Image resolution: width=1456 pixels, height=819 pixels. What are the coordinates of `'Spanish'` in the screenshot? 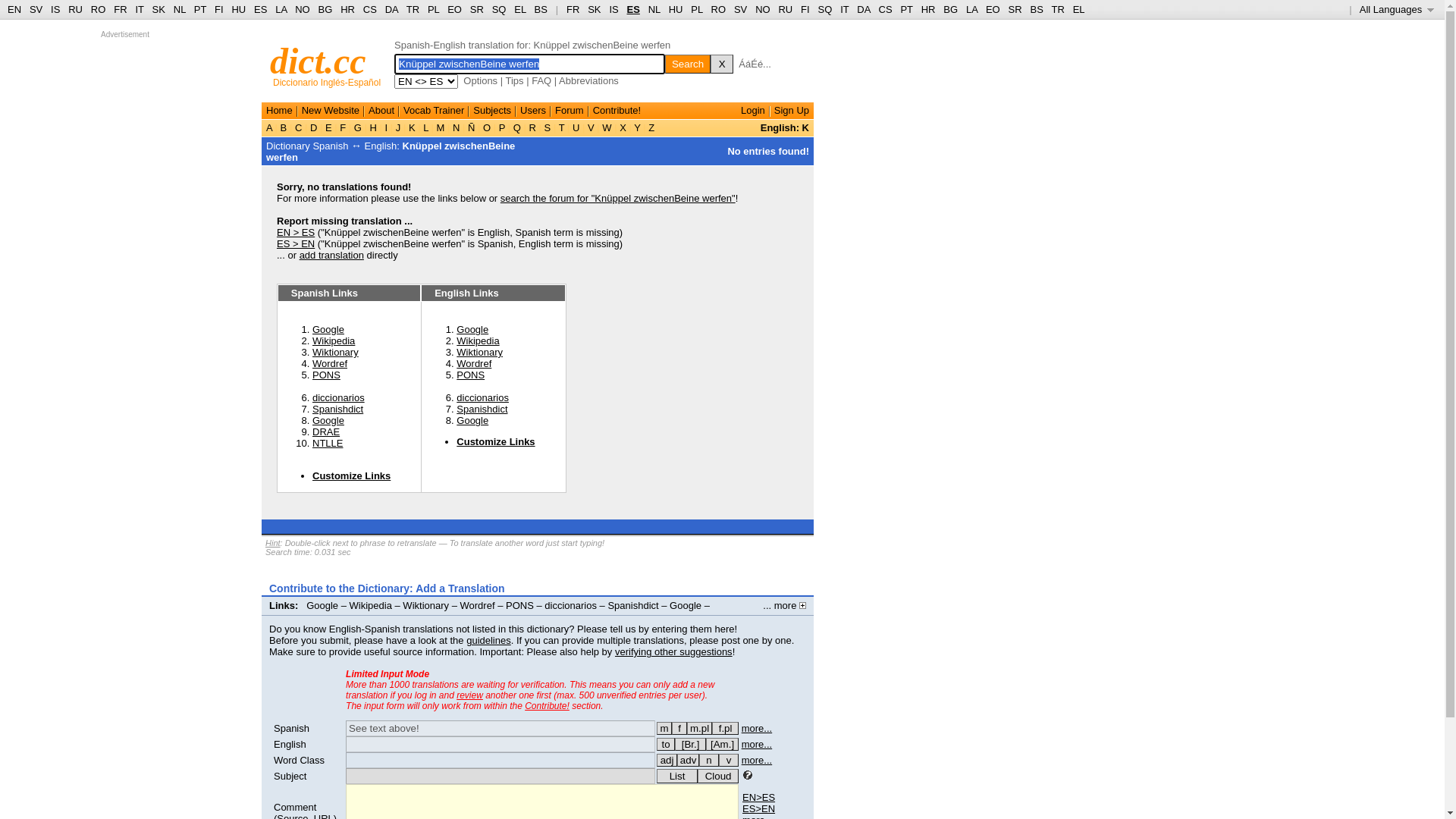 It's located at (291, 727).